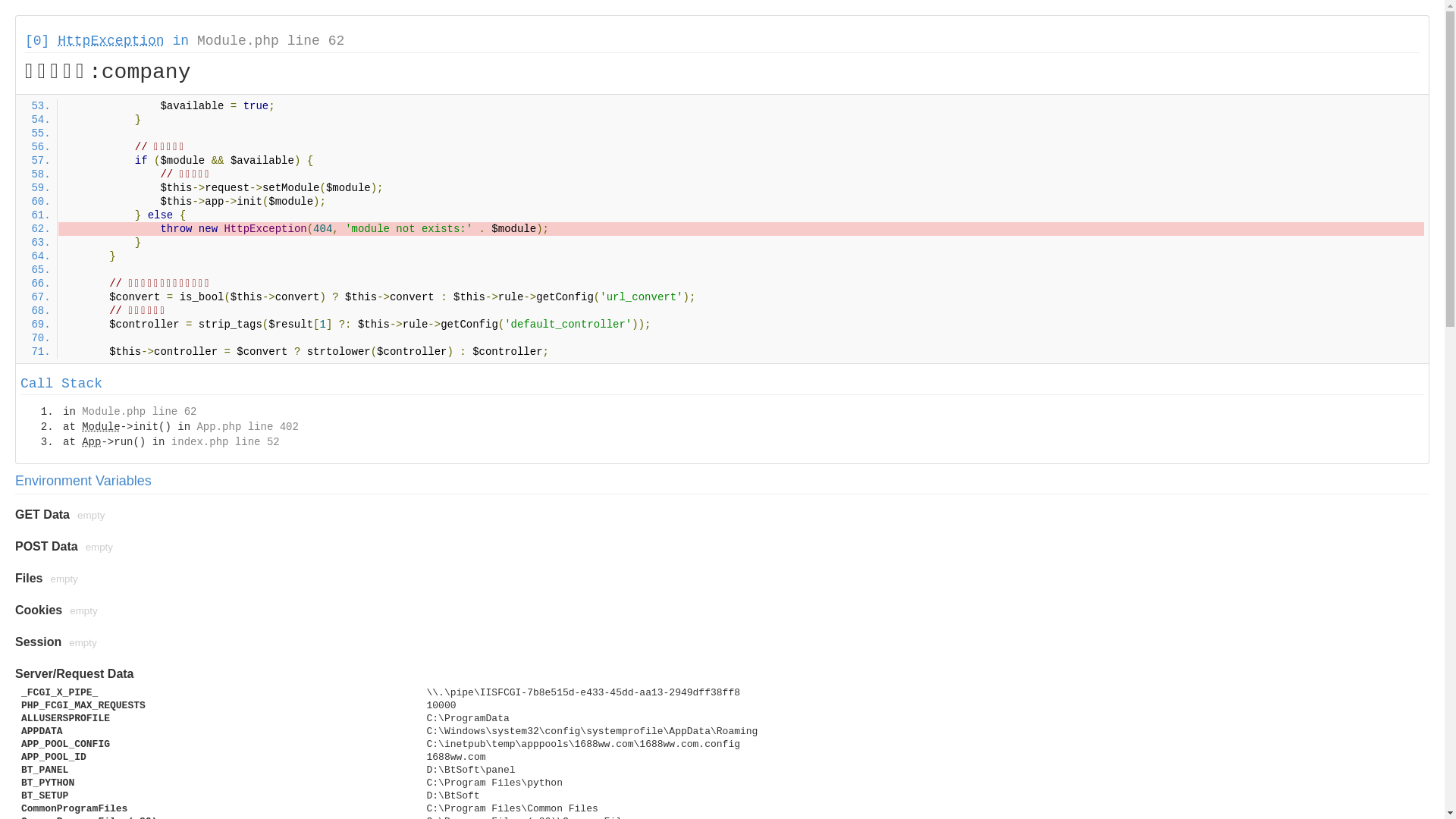  I want to click on 'index.php line 52', so click(224, 441).